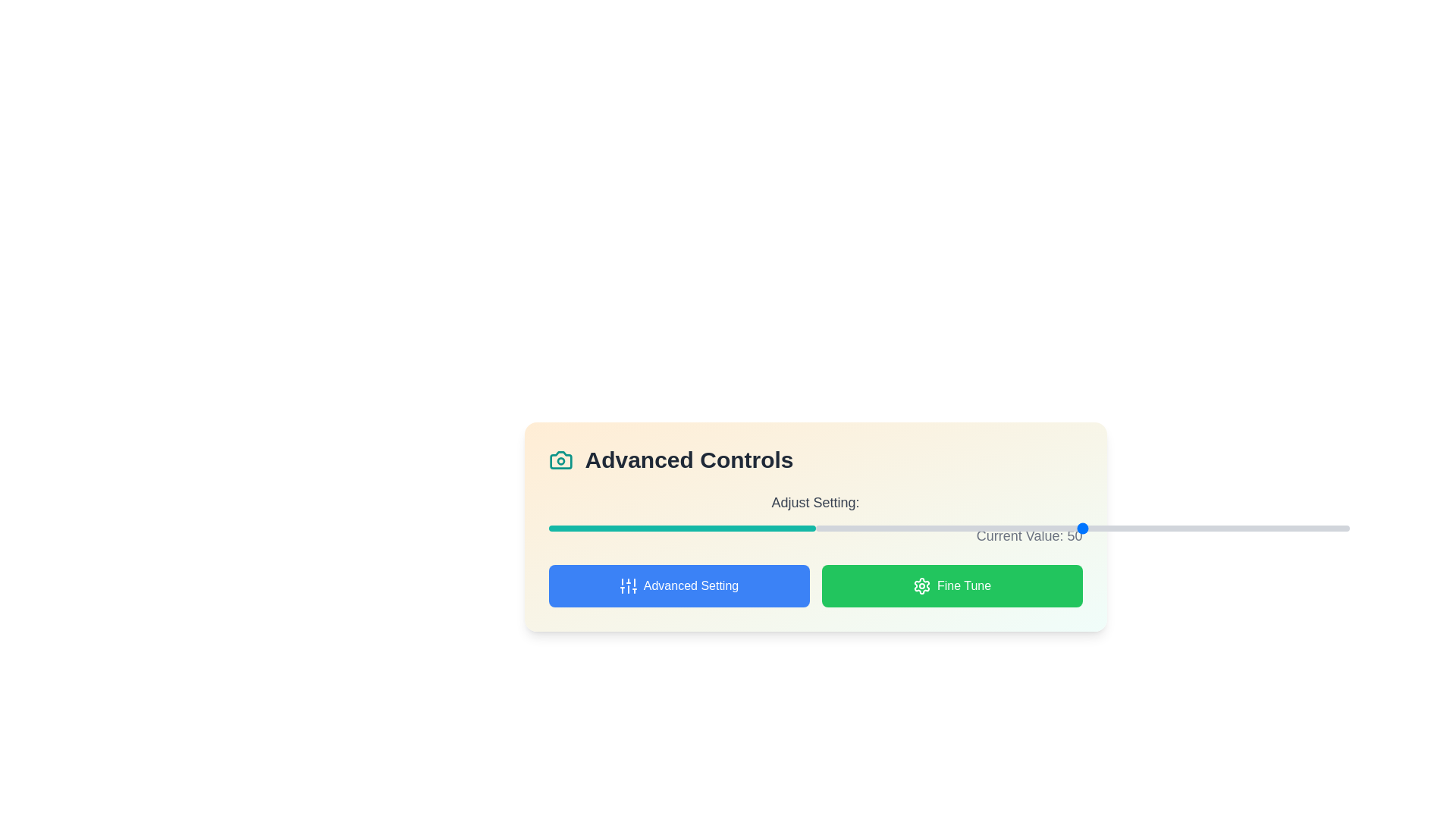 The image size is (1456, 819). Describe the element at coordinates (790, 525) in the screenshot. I see `the slider` at that location.